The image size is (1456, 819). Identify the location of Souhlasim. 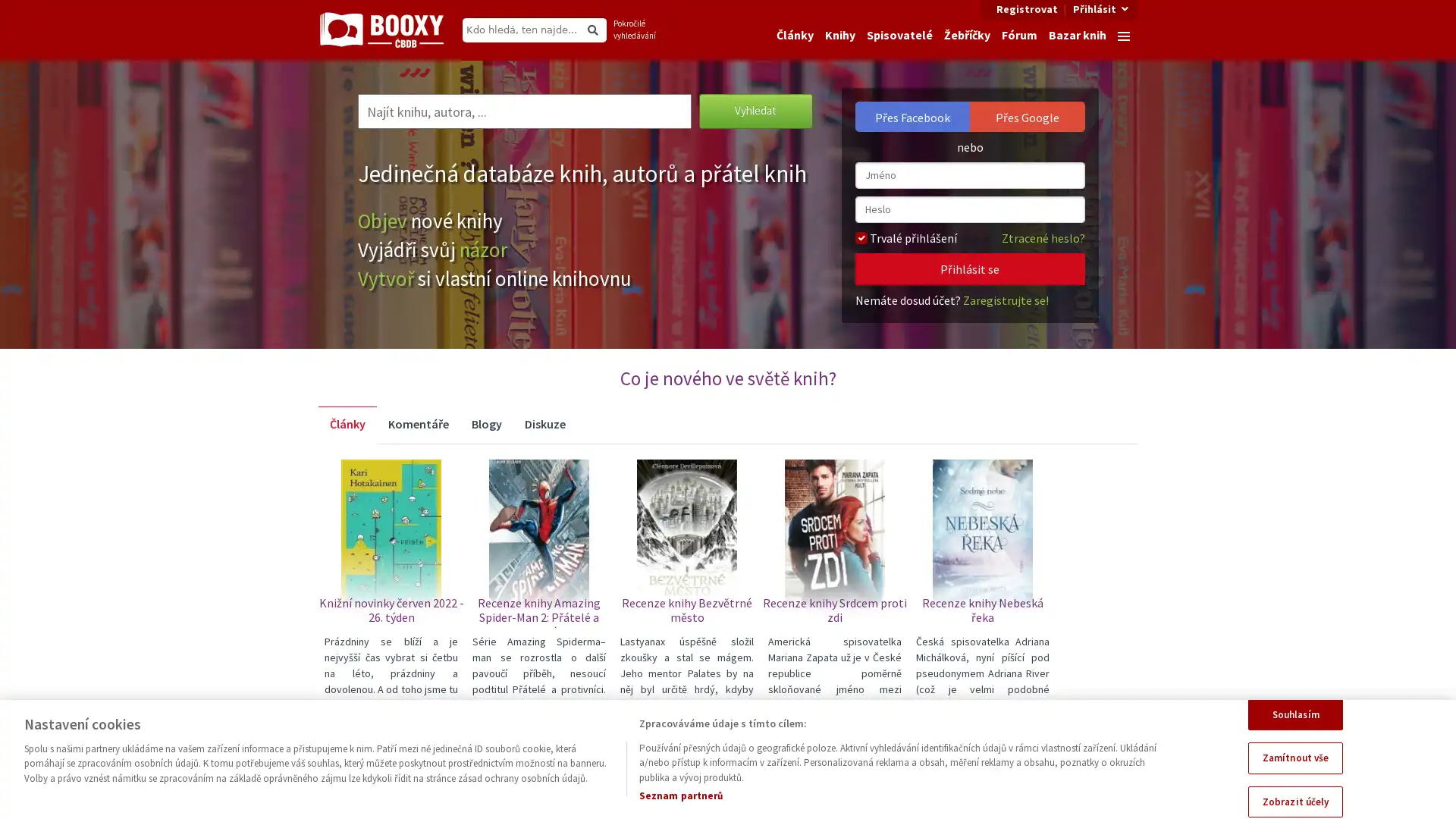
(1294, 714).